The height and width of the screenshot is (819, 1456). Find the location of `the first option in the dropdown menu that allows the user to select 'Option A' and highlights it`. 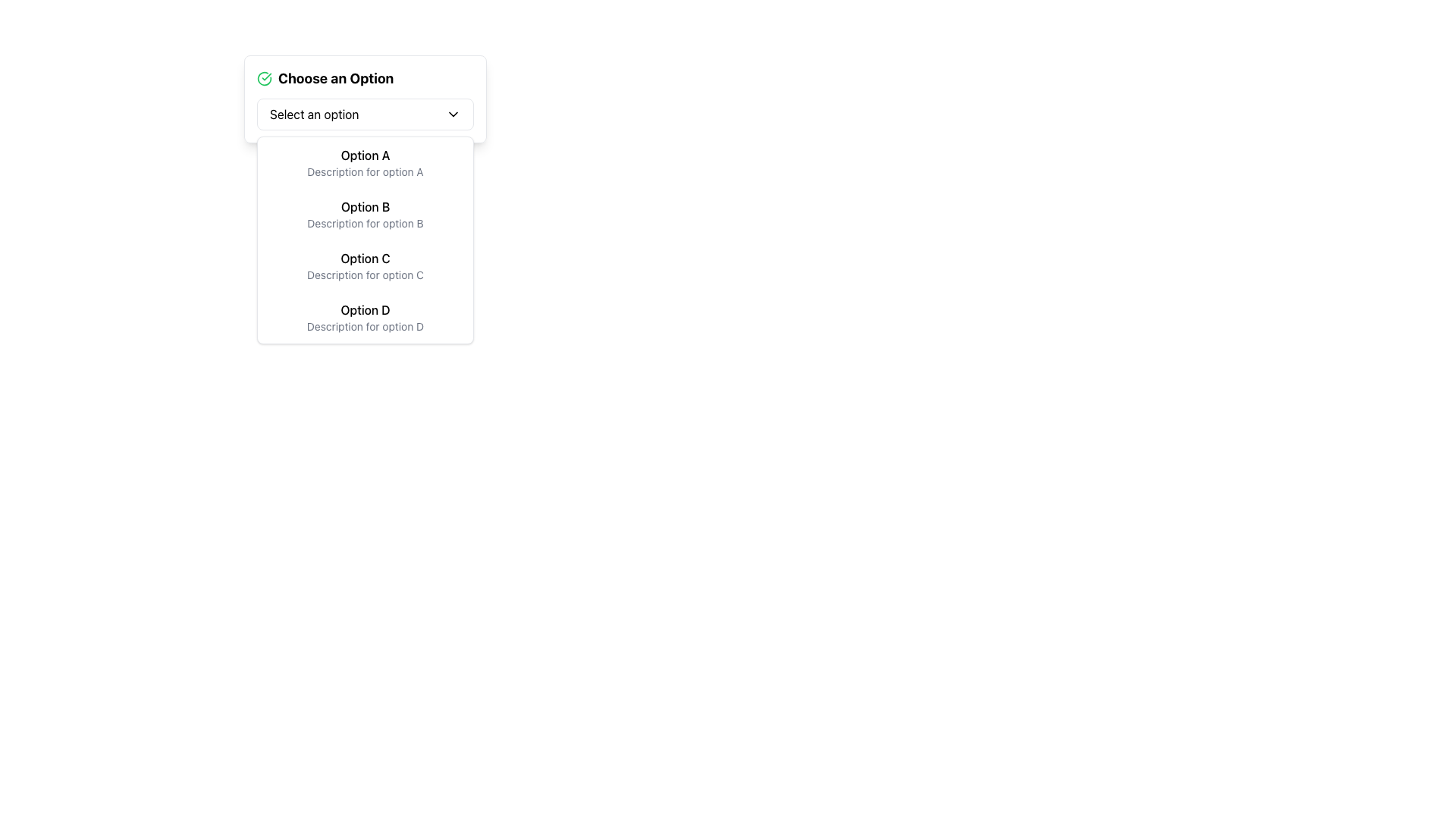

the first option in the dropdown menu that allows the user to select 'Option A' and highlights it is located at coordinates (365, 163).